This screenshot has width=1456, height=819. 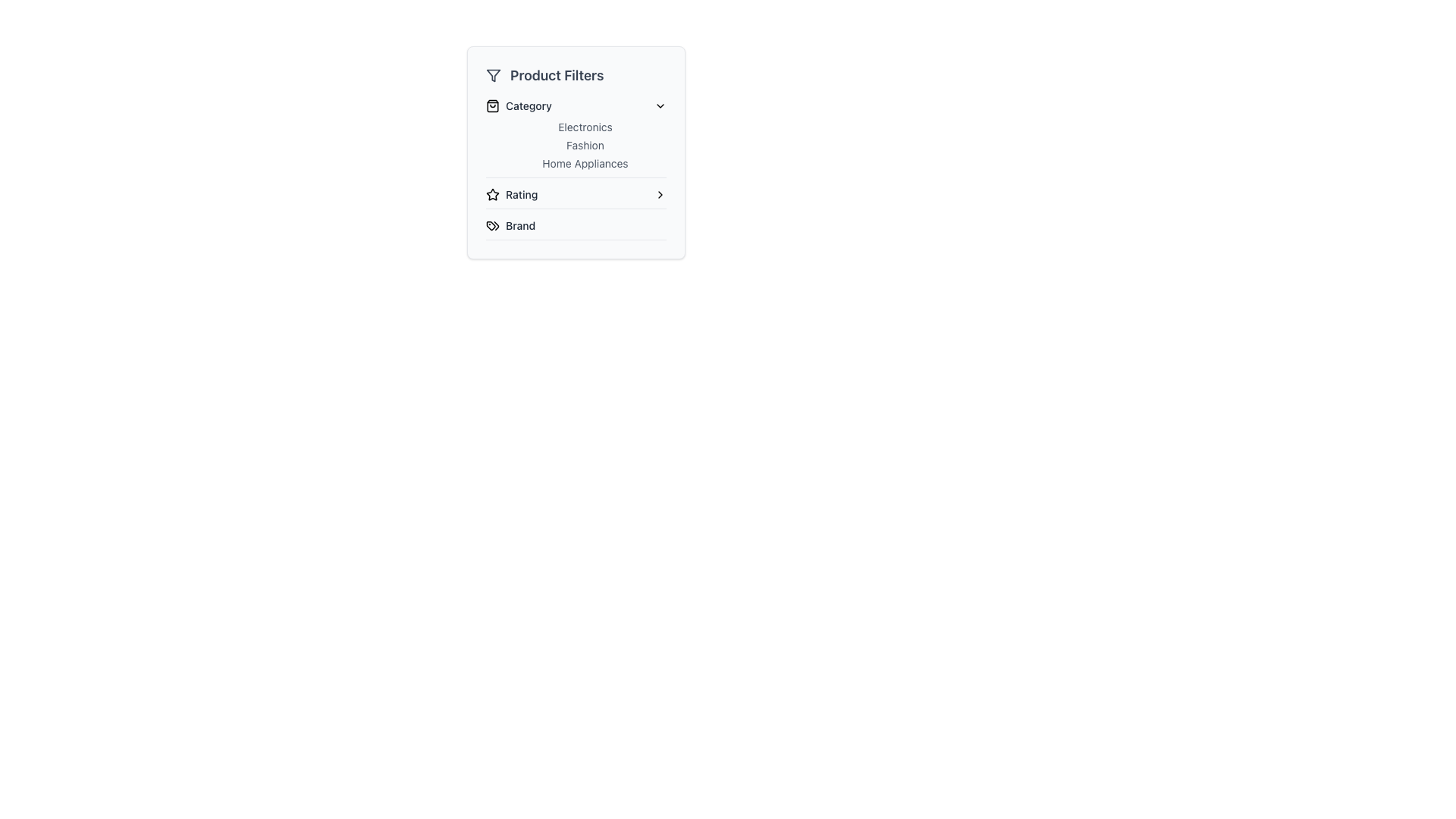 What do you see at coordinates (520, 225) in the screenshot?
I see `the 'Brand' filter option label located below the 'Rating' section` at bounding box center [520, 225].